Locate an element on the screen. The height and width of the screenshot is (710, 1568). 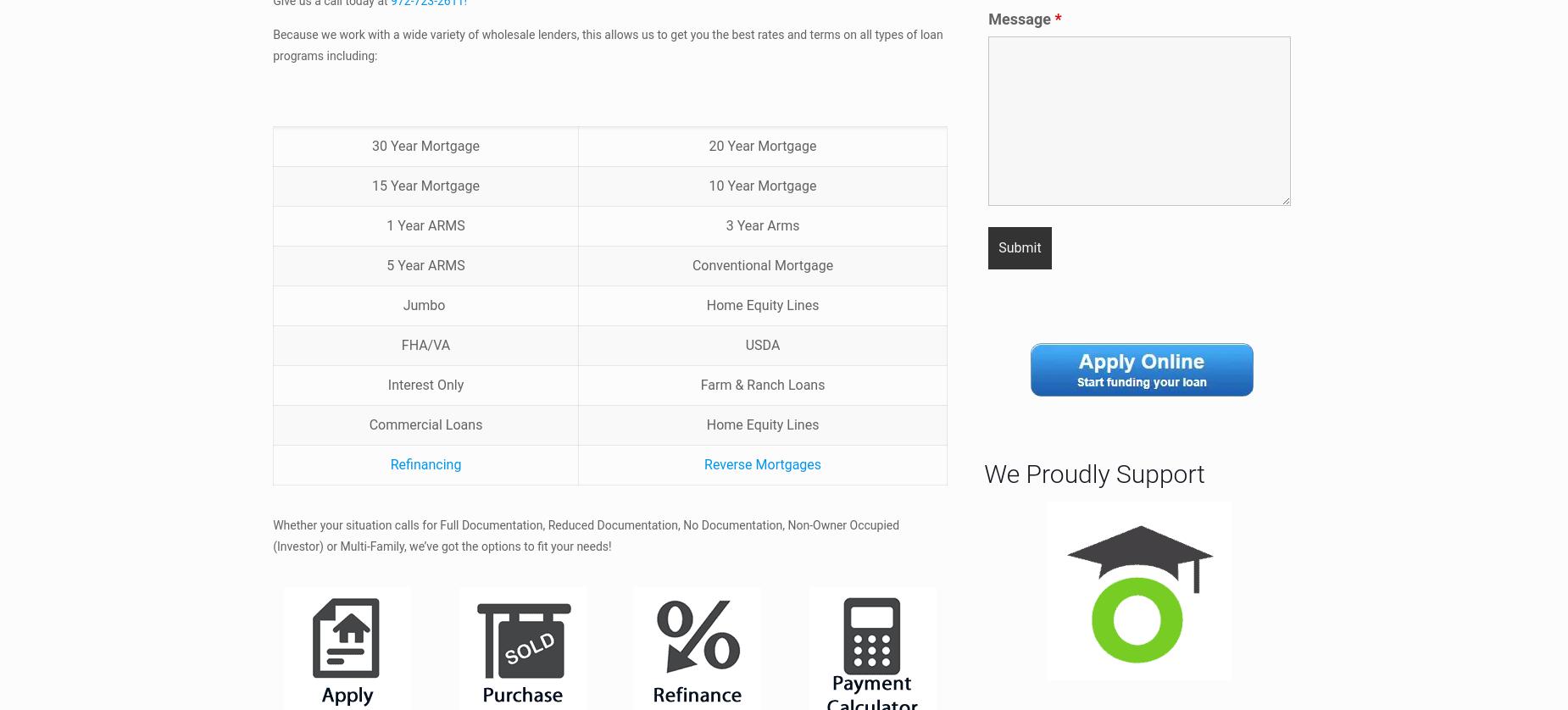
'Conventional Mortgage' is located at coordinates (762, 263).